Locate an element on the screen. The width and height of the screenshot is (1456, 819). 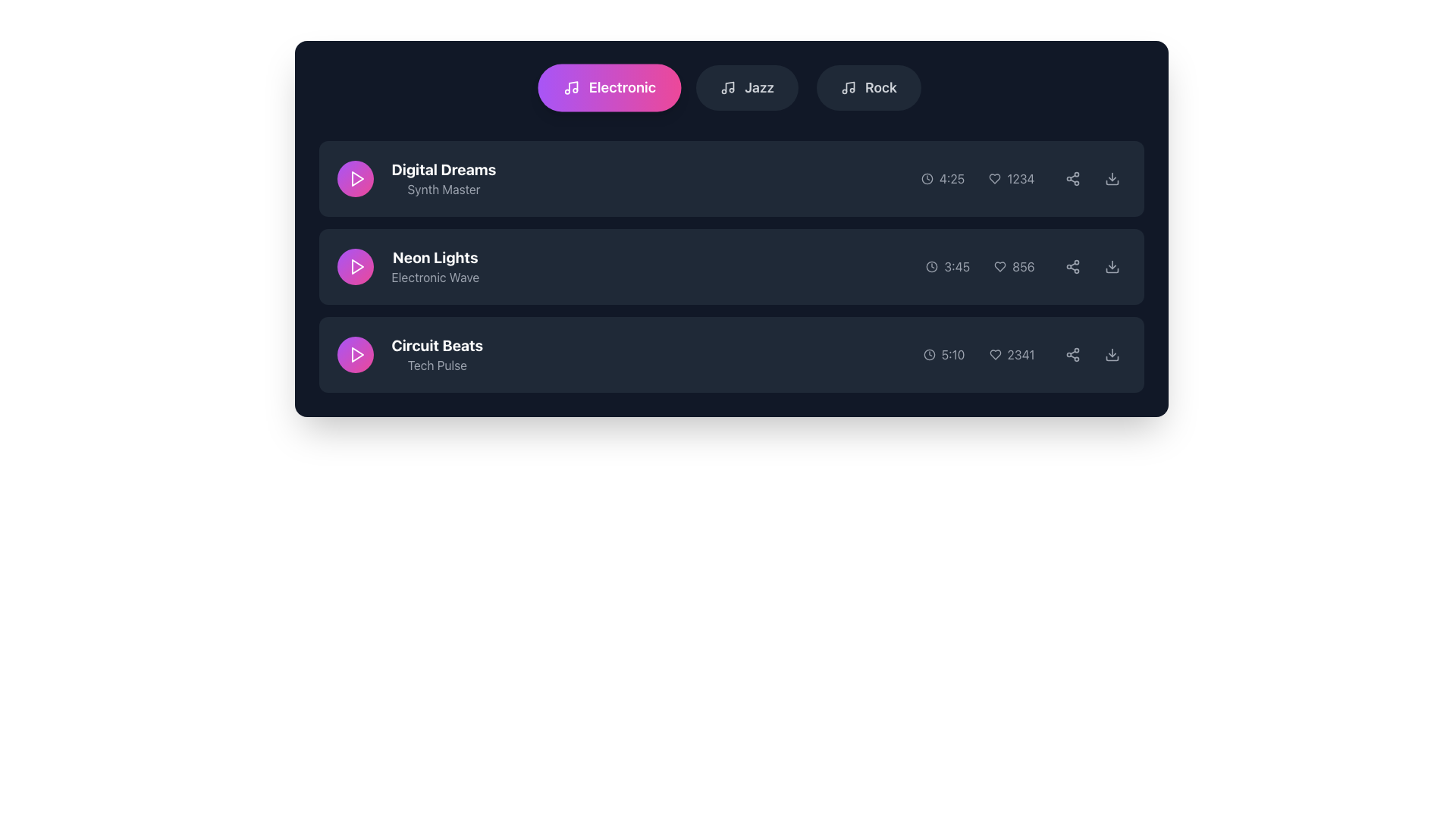
the text block displaying the song title 'Circuit Beats' and artist 'Tech Pulse' in the third row of the playlist interface is located at coordinates (409, 354).